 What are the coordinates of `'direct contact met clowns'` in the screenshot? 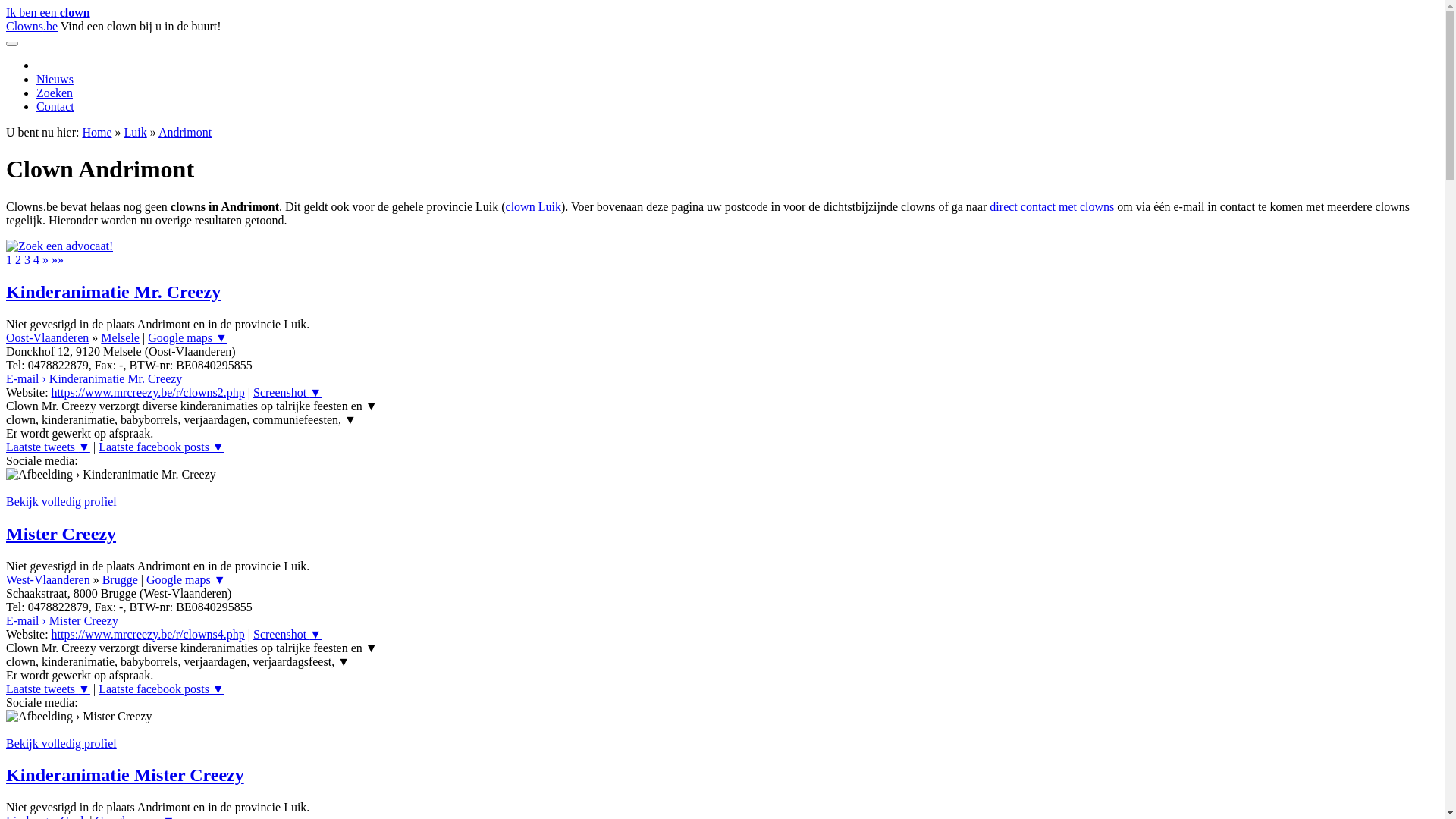 It's located at (990, 206).